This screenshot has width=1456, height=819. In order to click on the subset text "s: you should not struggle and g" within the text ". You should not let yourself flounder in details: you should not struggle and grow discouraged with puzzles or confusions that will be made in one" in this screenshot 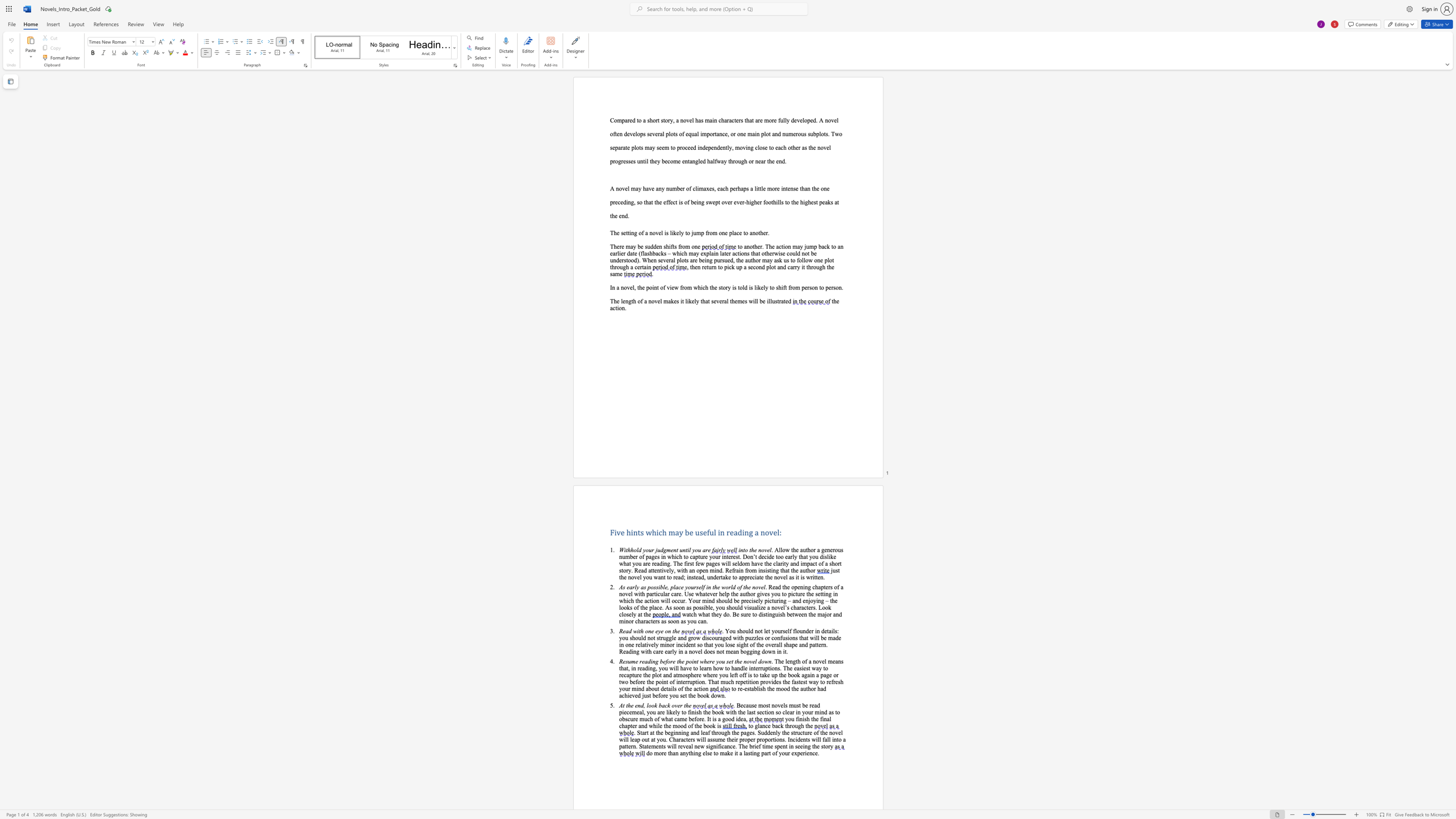, I will do `click(834, 631)`.